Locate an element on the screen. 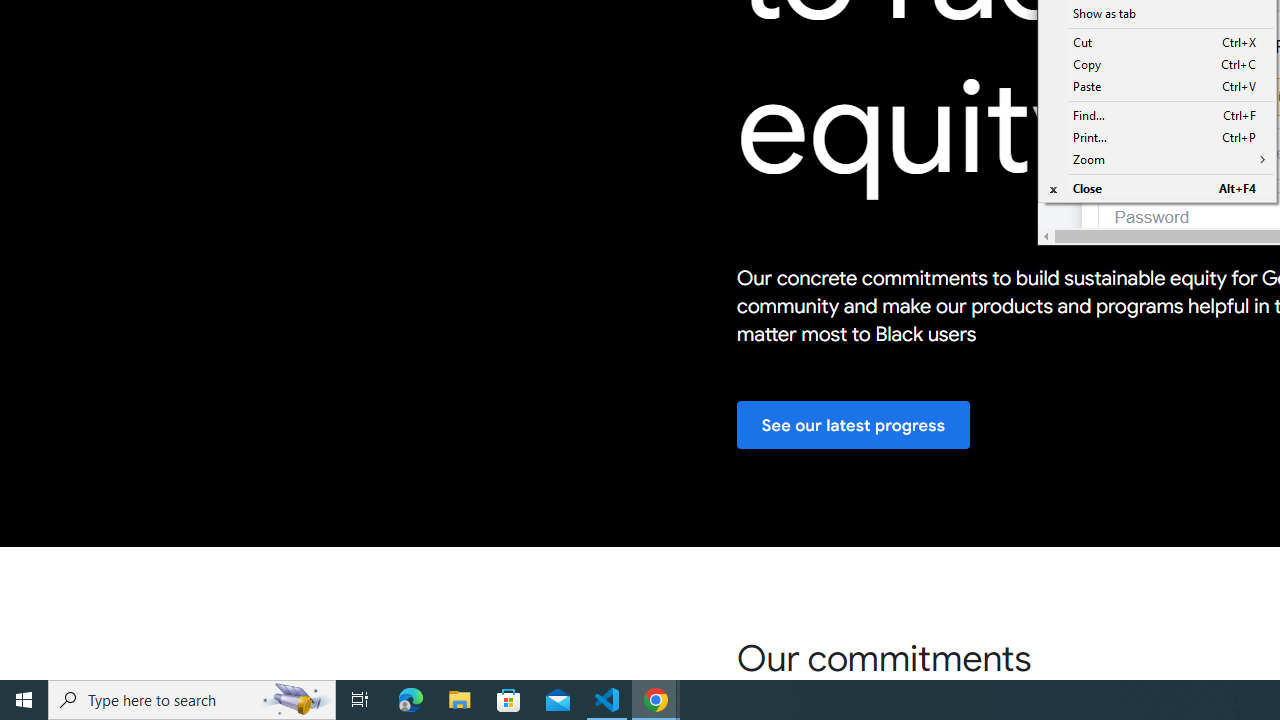 This screenshot has width=1280, height=720. 'File Explorer' is located at coordinates (459, 698).